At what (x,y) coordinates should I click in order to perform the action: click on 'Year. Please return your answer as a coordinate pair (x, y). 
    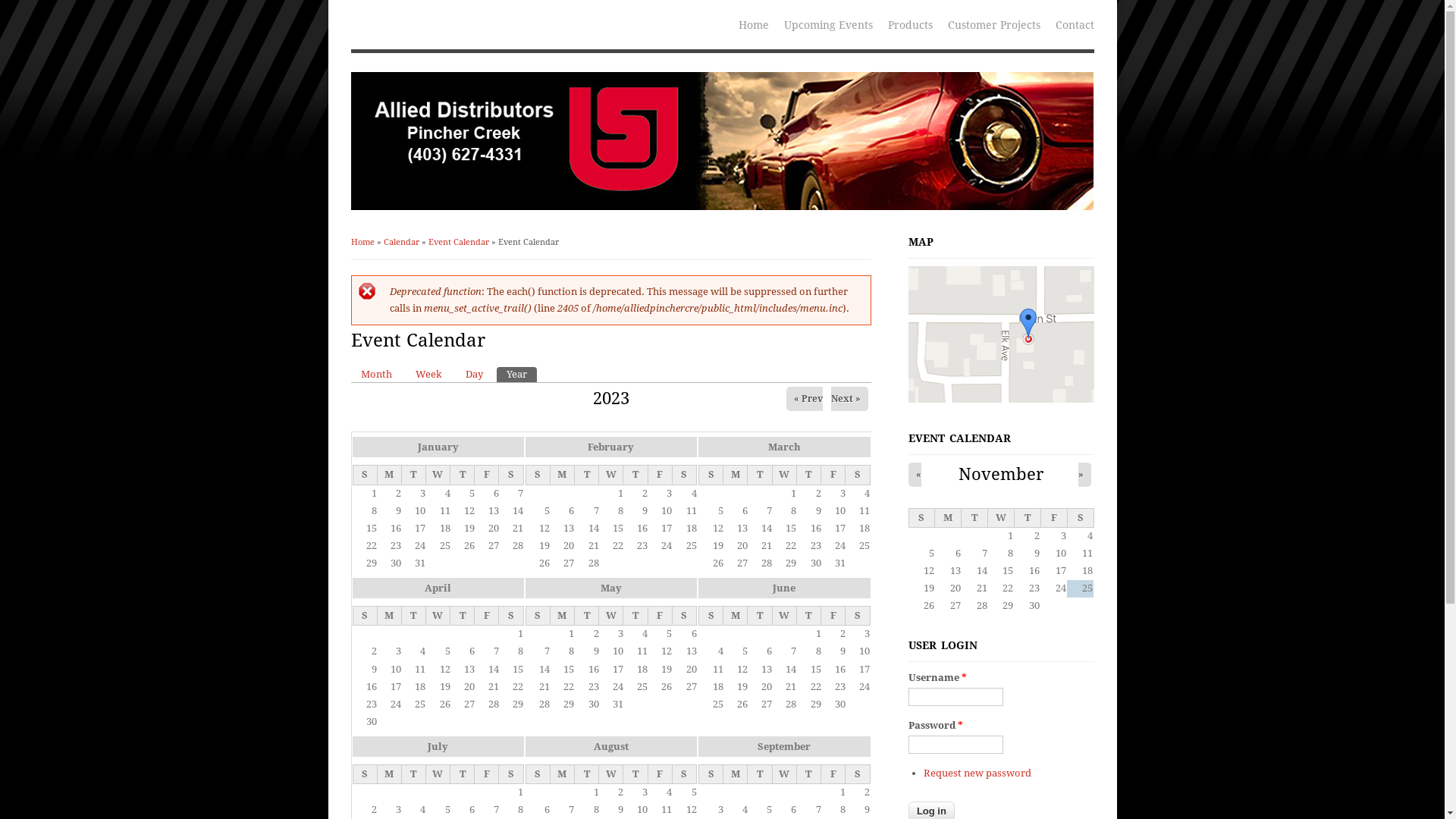
    Looking at the image, I should click on (516, 374).